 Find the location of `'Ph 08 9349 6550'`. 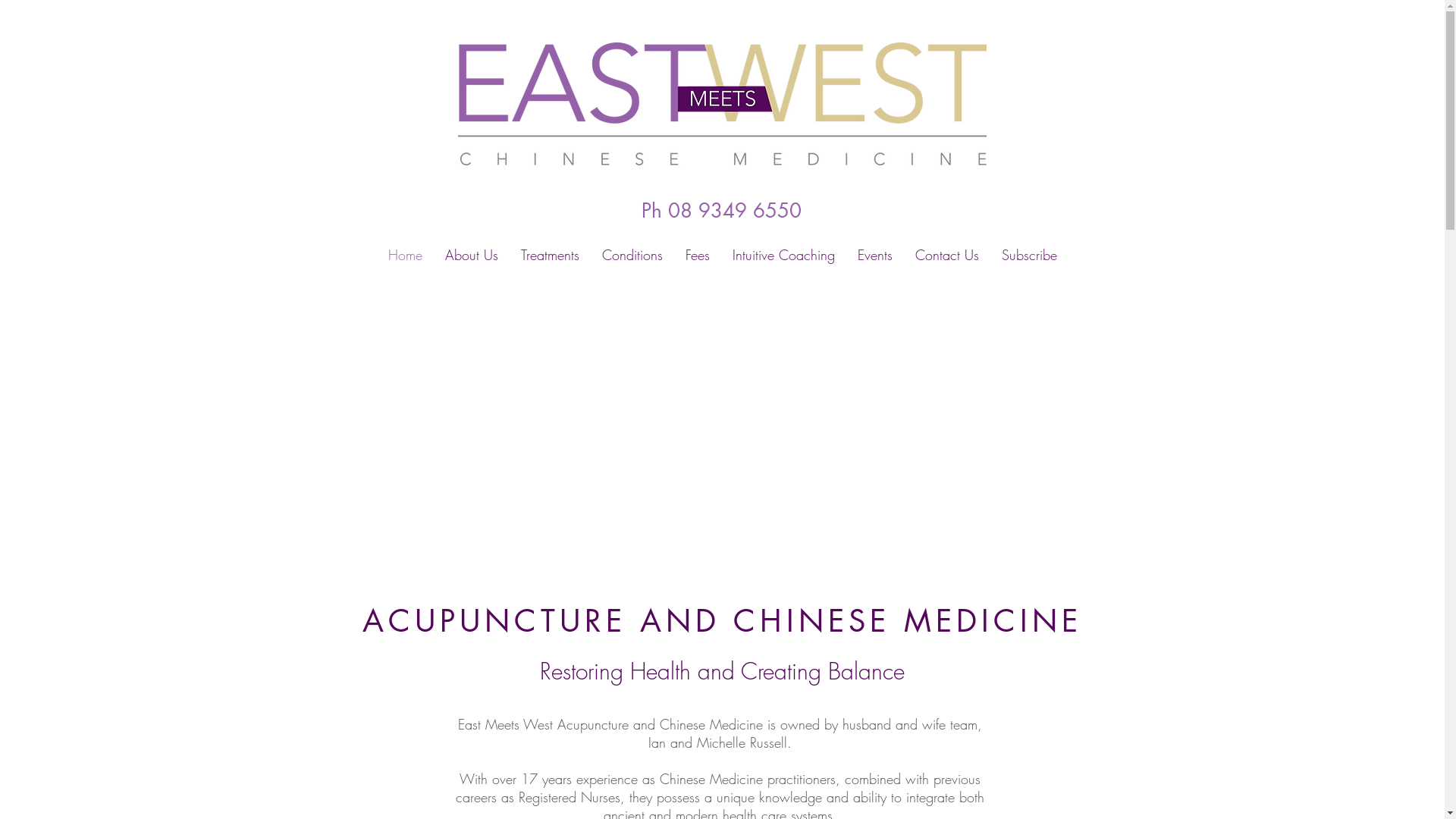

'Ph 08 9349 6550' is located at coordinates (720, 210).